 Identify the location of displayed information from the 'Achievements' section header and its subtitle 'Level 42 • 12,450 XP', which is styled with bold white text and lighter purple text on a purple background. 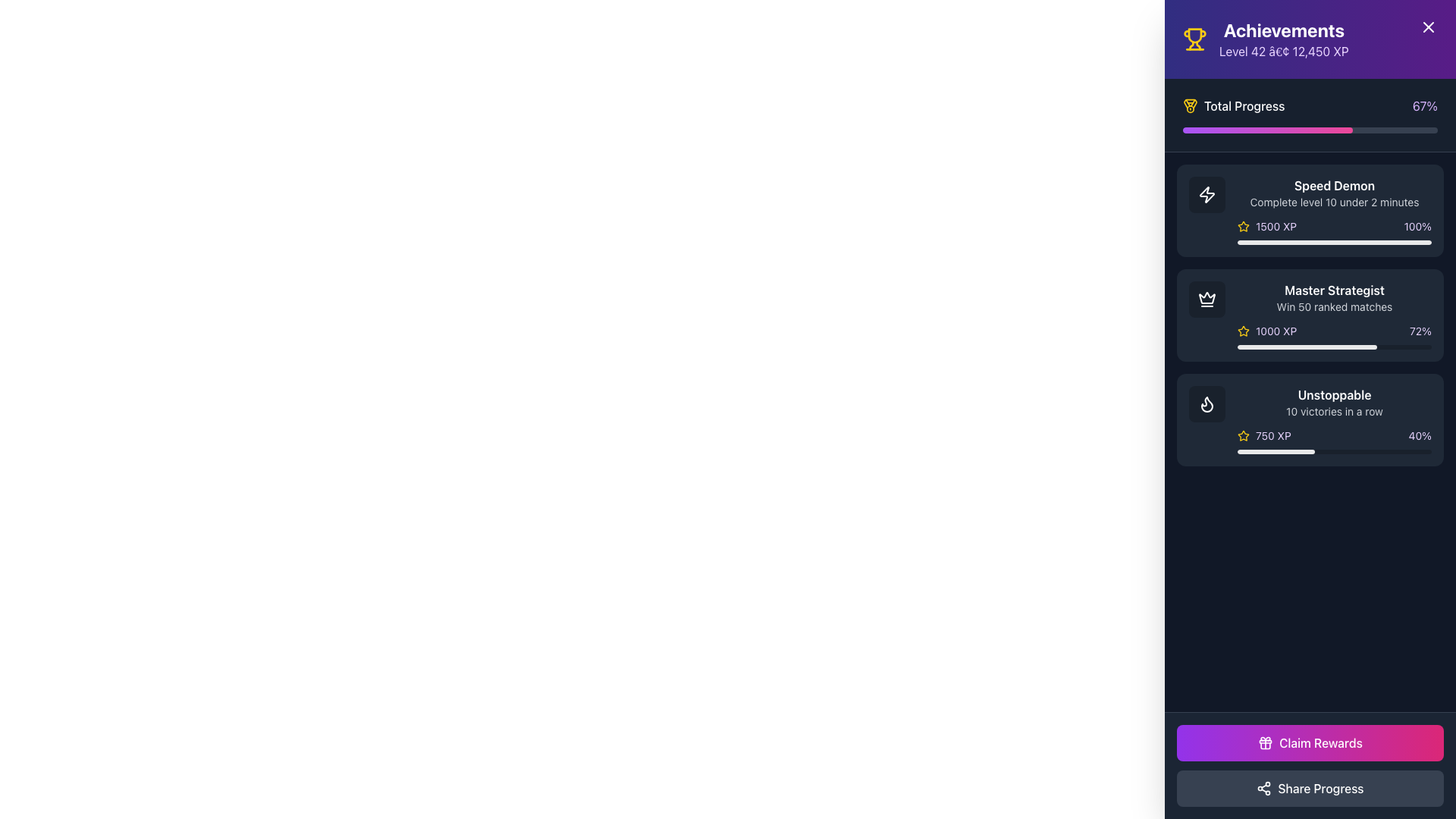
(1283, 38).